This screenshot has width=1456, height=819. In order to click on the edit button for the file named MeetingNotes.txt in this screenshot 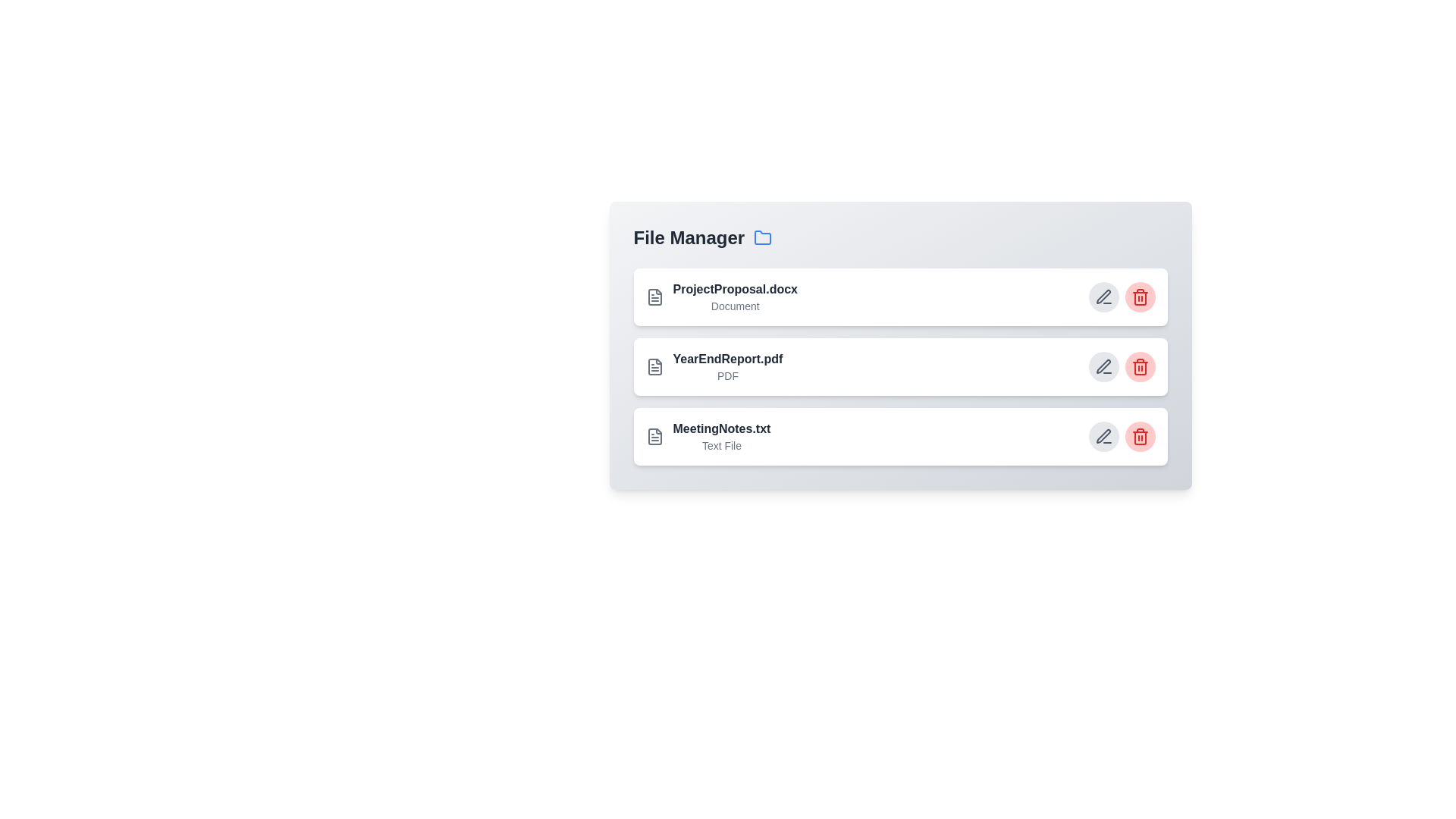, I will do `click(1103, 436)`.